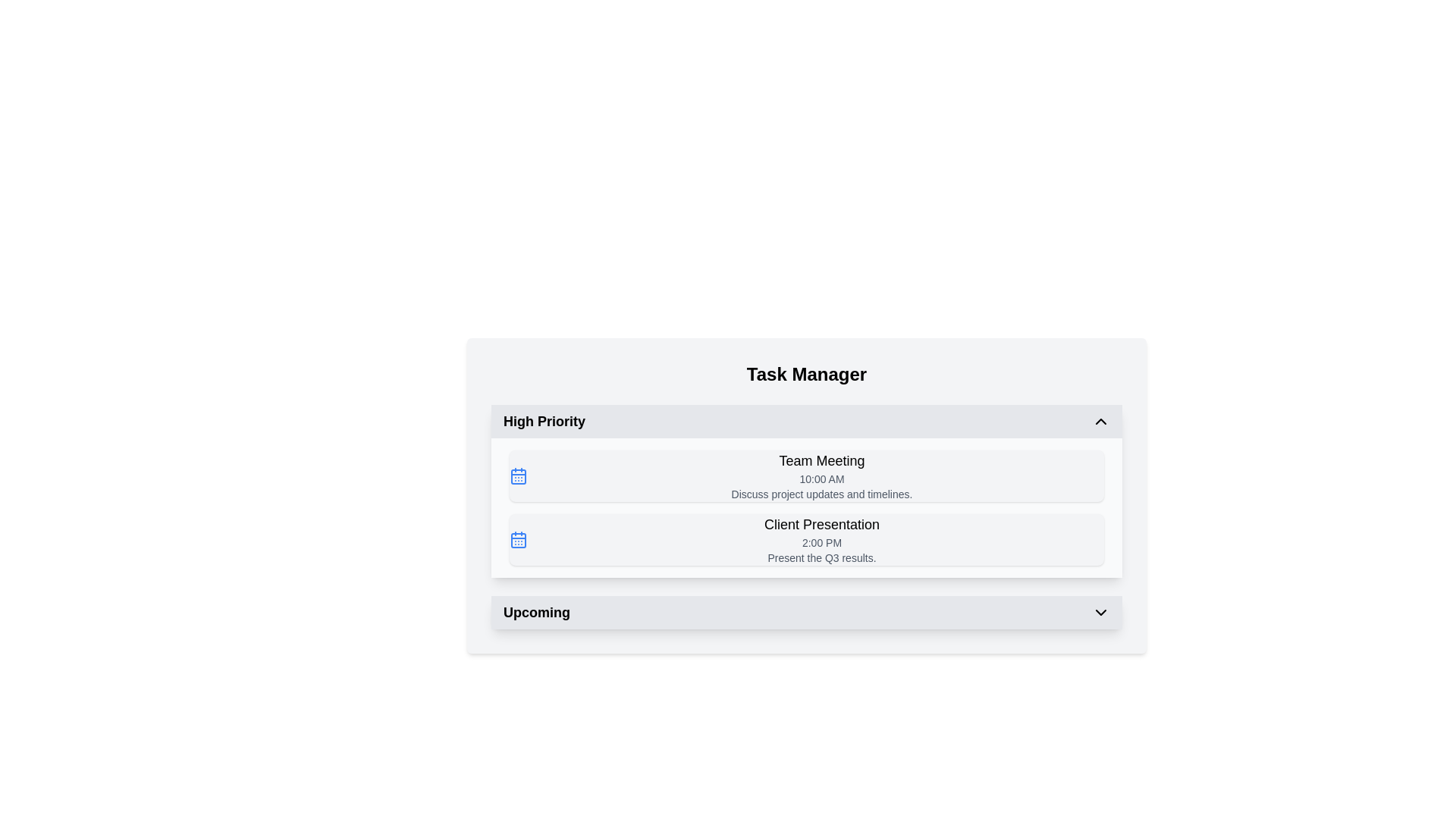  Describe the element at coordinates (821, 479) in the screenshot. I see `the text displaying the time '10:00 AM', which is styled in gray and positioned below 'Team Meeting' within the 'High Priority' section of the task list` at that location.